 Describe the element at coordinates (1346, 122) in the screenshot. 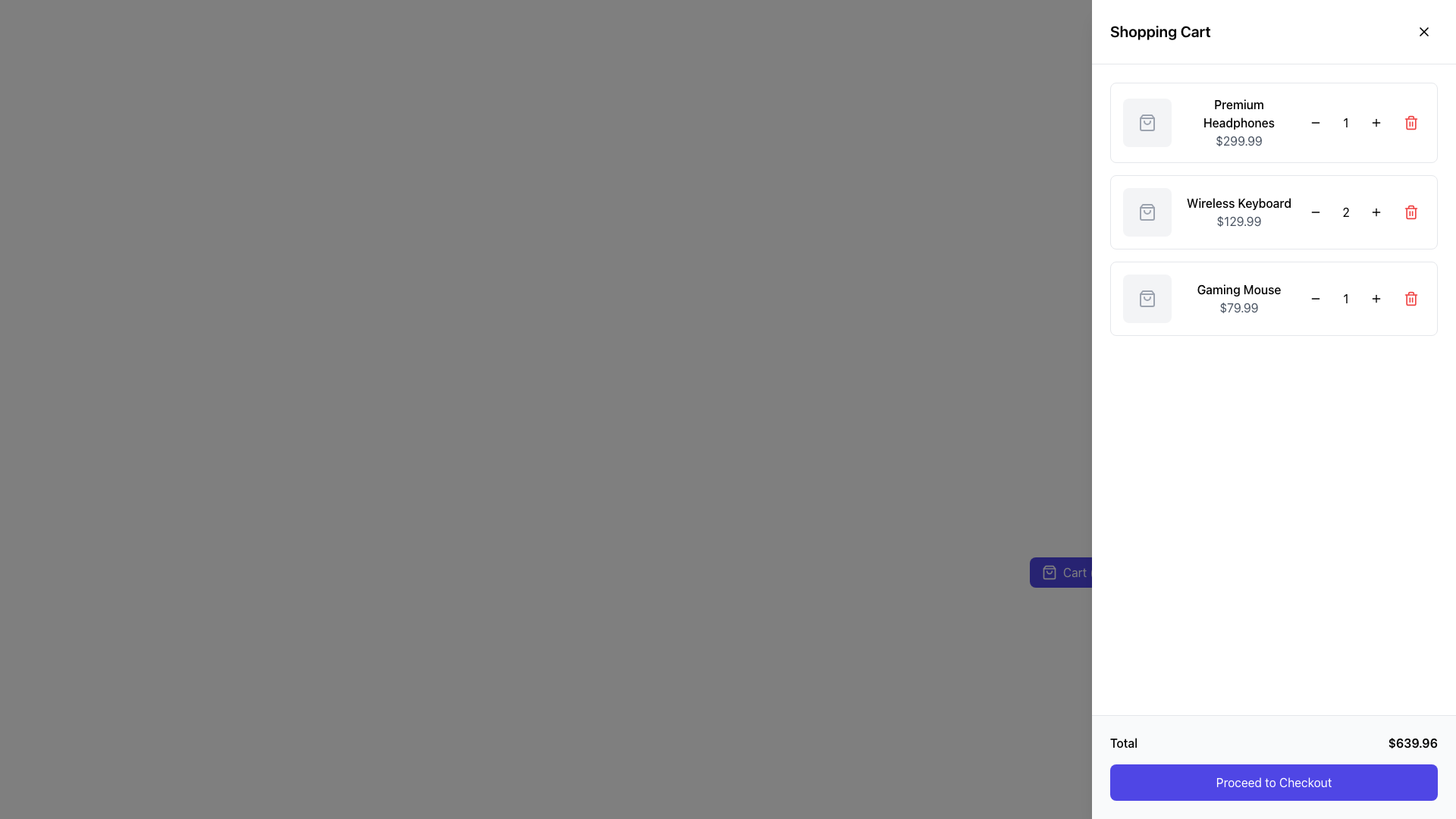

I see `the Text display that shows the current quantity of the 'Premium Headphones' in the shopping cart, located between the minus and plus buttons` at that location.